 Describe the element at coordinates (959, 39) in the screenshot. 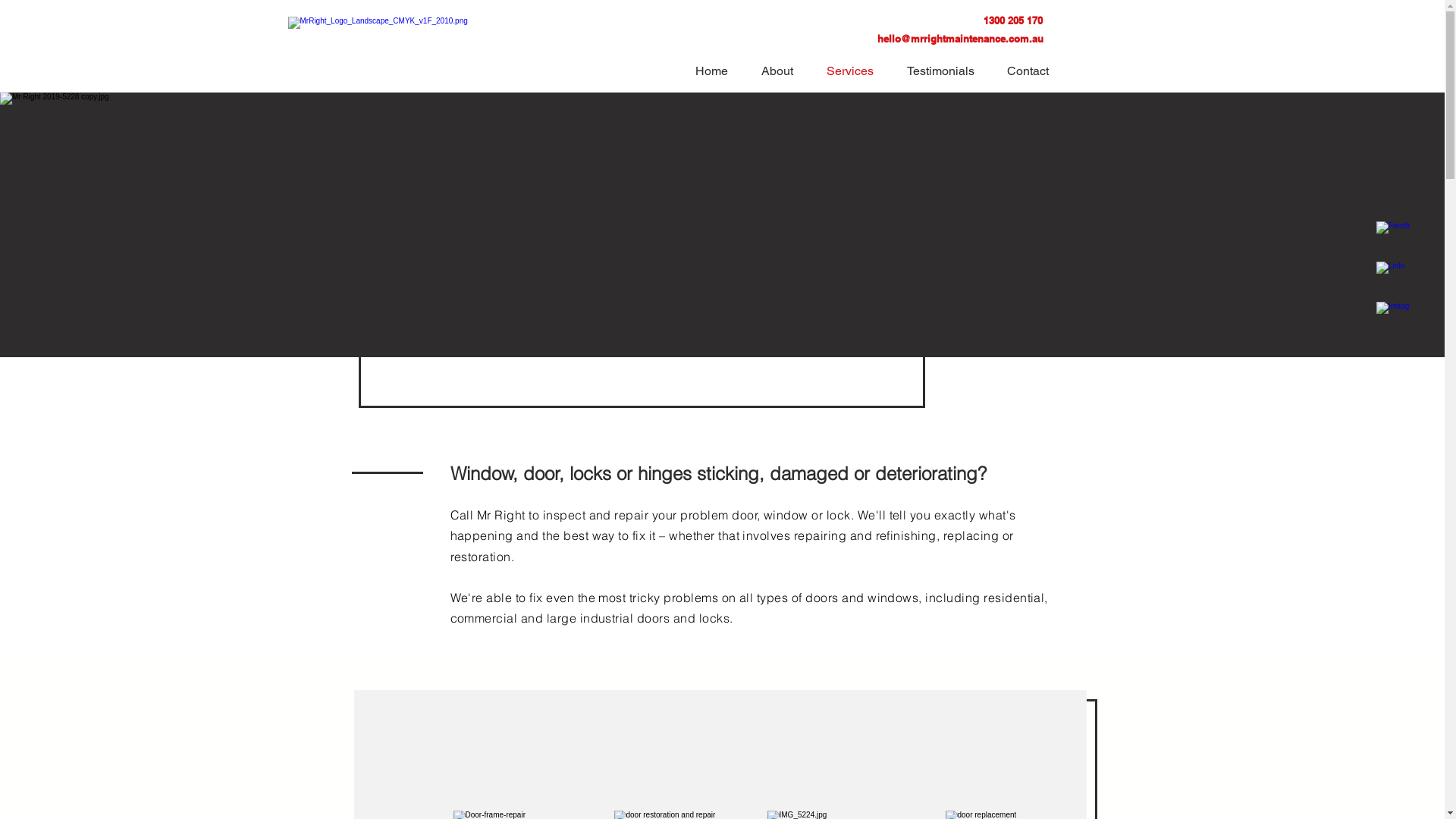

I see `'hello@mrrightmaintenance.com.au'` at that location.